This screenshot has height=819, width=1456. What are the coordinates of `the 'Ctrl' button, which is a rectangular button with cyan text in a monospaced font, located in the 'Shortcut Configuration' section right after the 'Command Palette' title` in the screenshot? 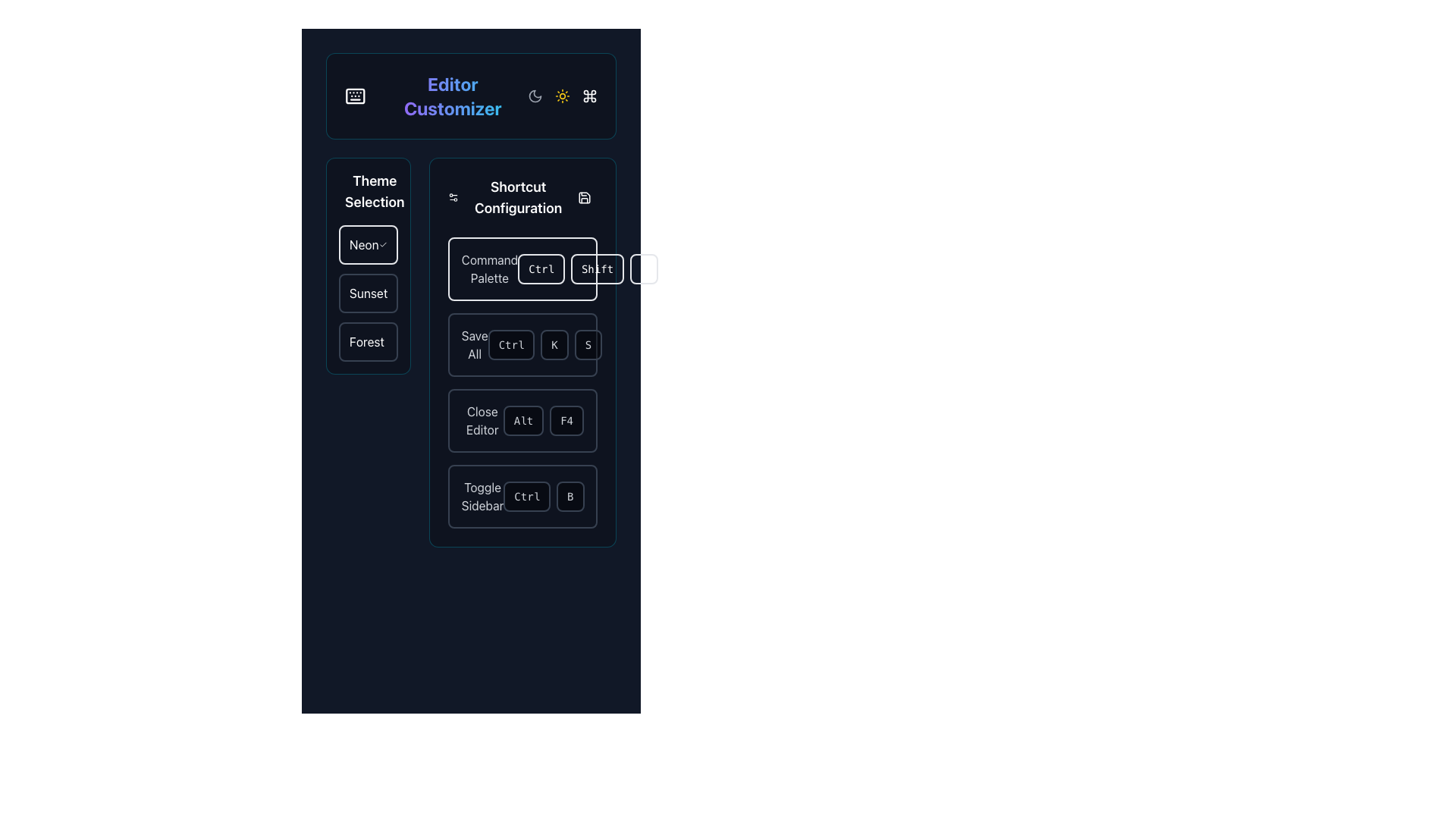 It's located at (522, 268).